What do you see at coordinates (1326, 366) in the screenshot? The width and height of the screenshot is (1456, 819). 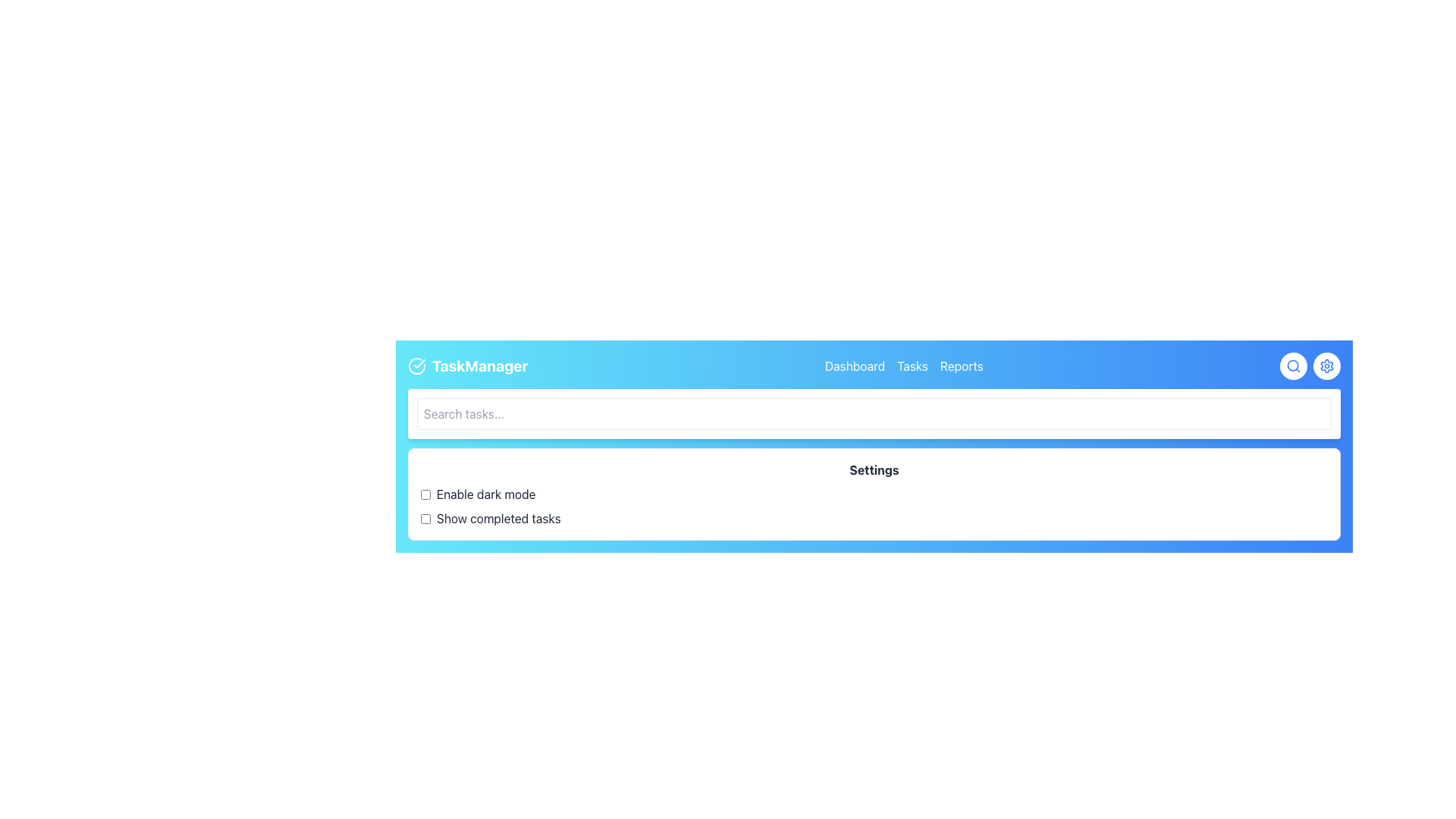 I see `the circular settings button with a blue border and a gear icon located at the top right corner of the interface` at bounding box center [1326, 366].